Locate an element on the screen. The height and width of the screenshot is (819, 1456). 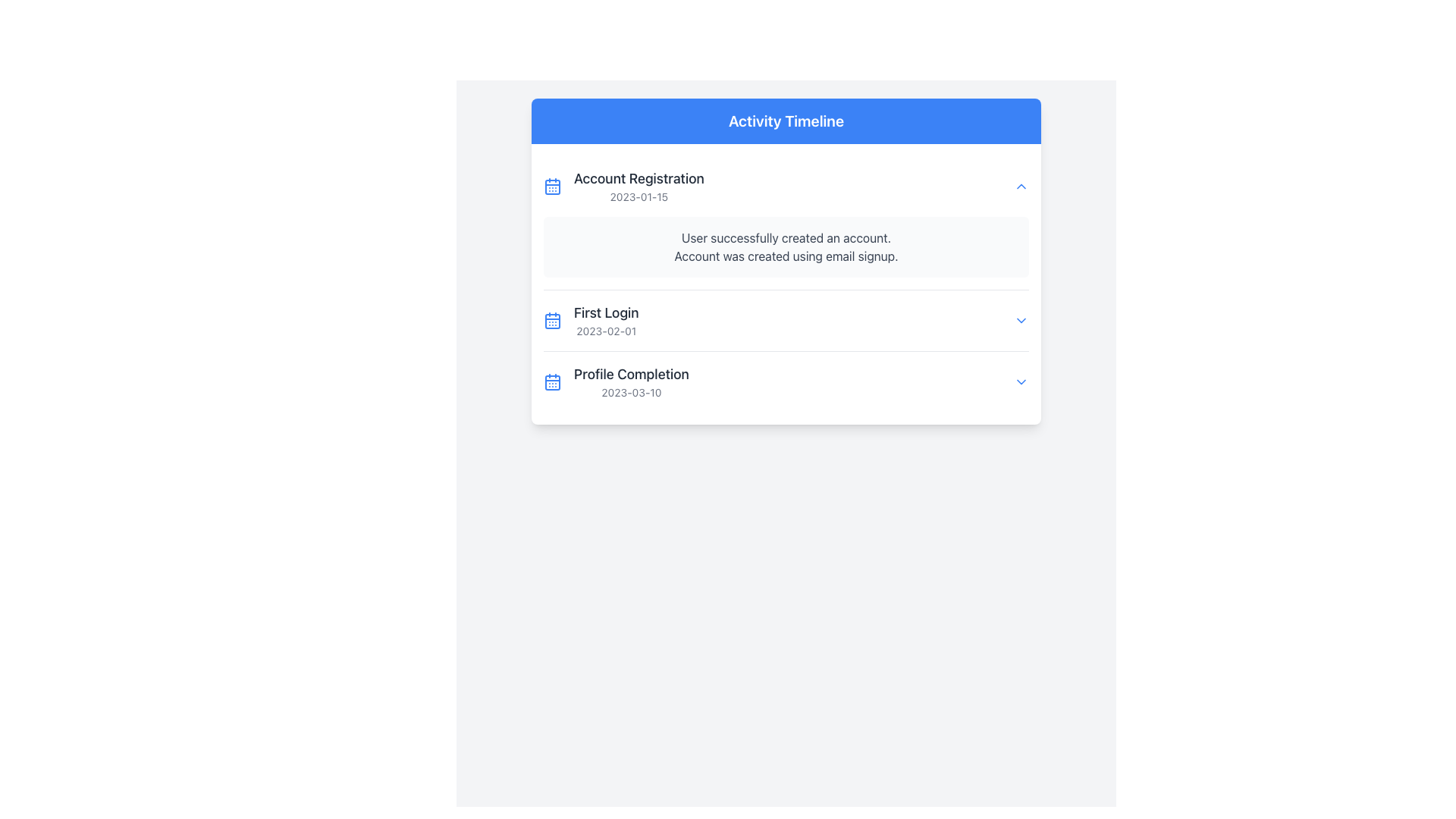
the static text label displaying 'Profile Completion' that is part of a vertical timeline, positioned below the 'First Login' entry and above the date '2023-03-10' is located at coordinates (631, 374).